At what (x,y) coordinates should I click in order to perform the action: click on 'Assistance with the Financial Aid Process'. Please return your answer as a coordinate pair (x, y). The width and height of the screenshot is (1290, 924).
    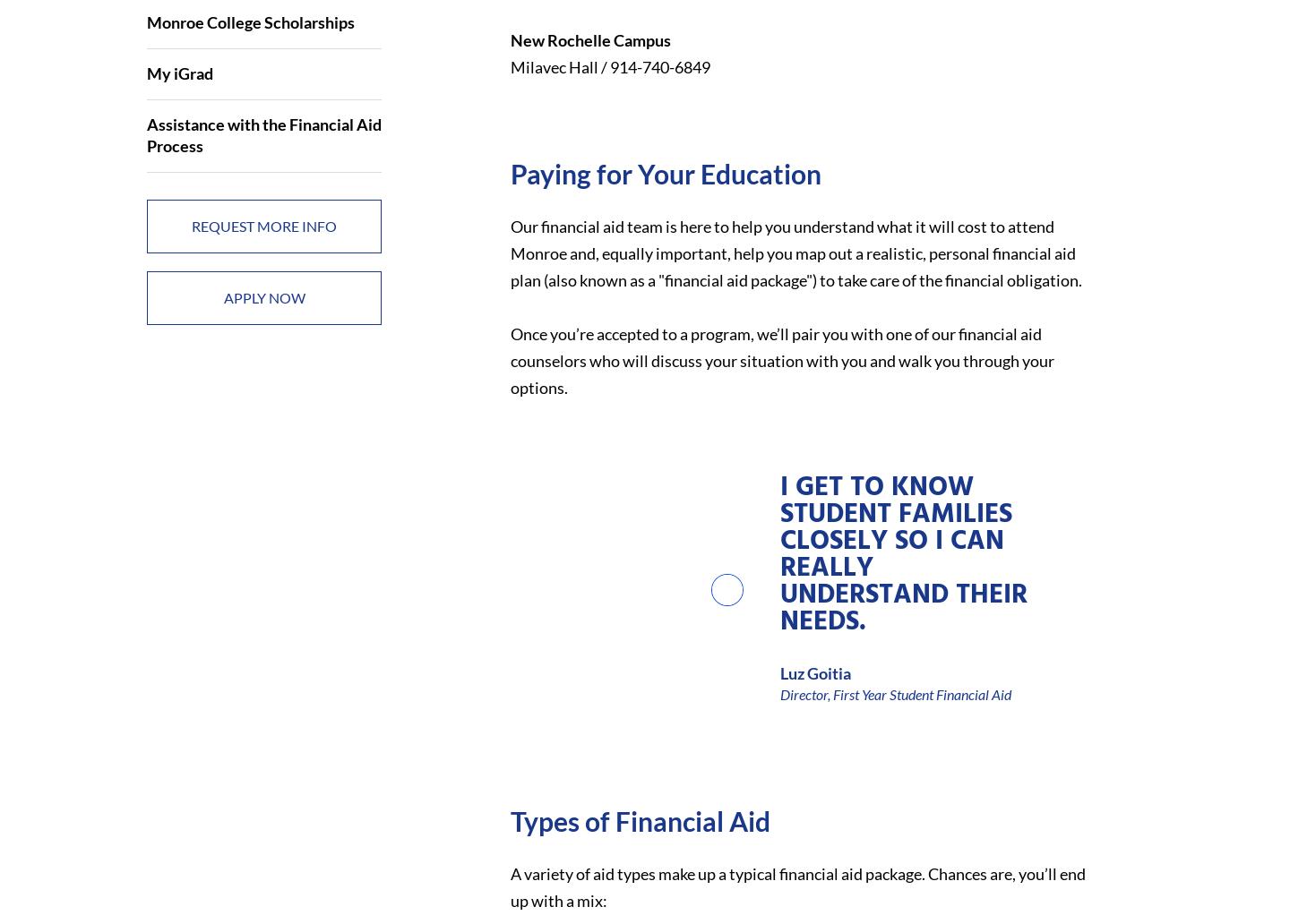
    Looking at the image, I should click on (262, 133).